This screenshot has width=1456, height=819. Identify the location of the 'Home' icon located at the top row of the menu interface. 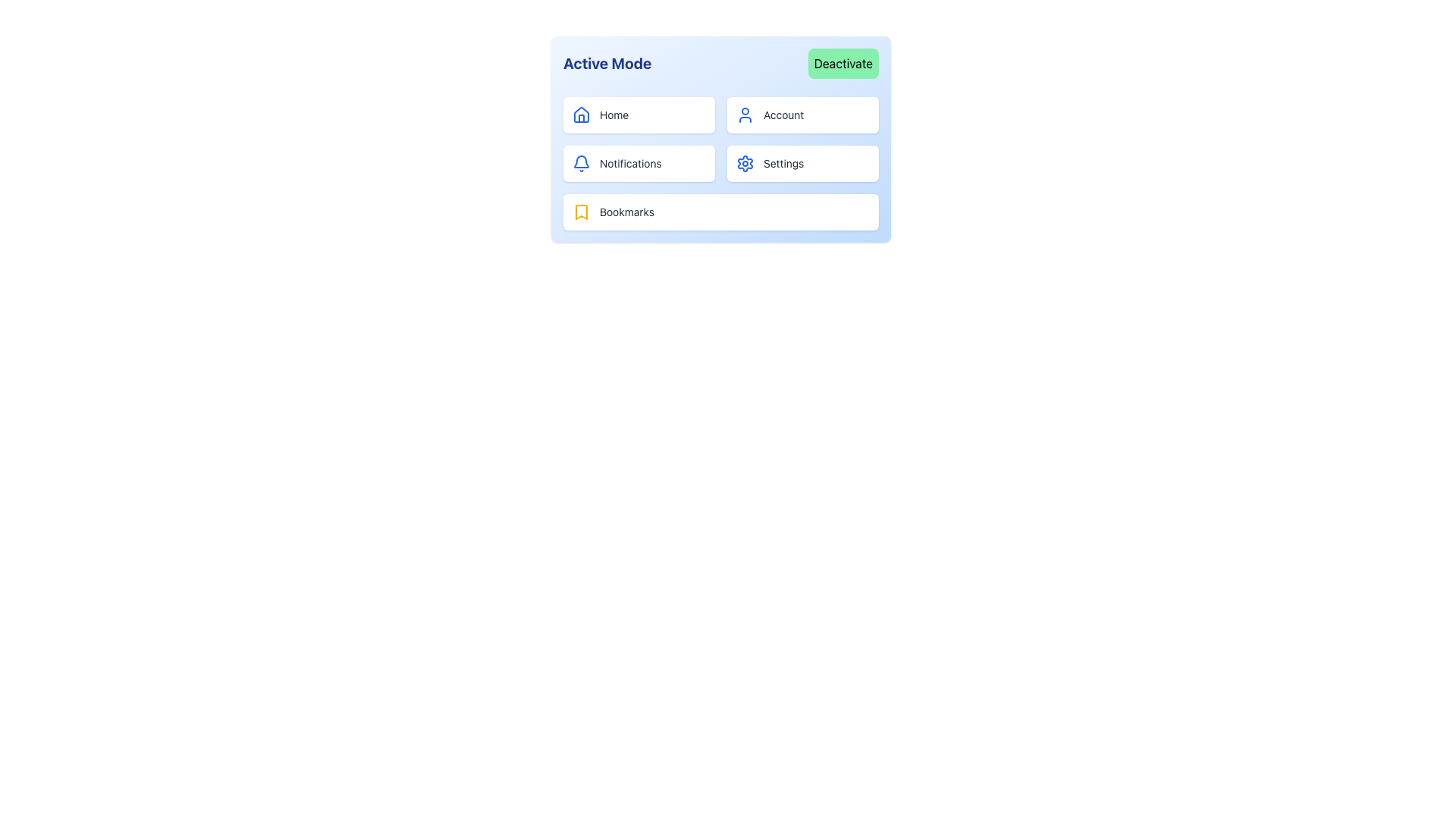
(581, 113).